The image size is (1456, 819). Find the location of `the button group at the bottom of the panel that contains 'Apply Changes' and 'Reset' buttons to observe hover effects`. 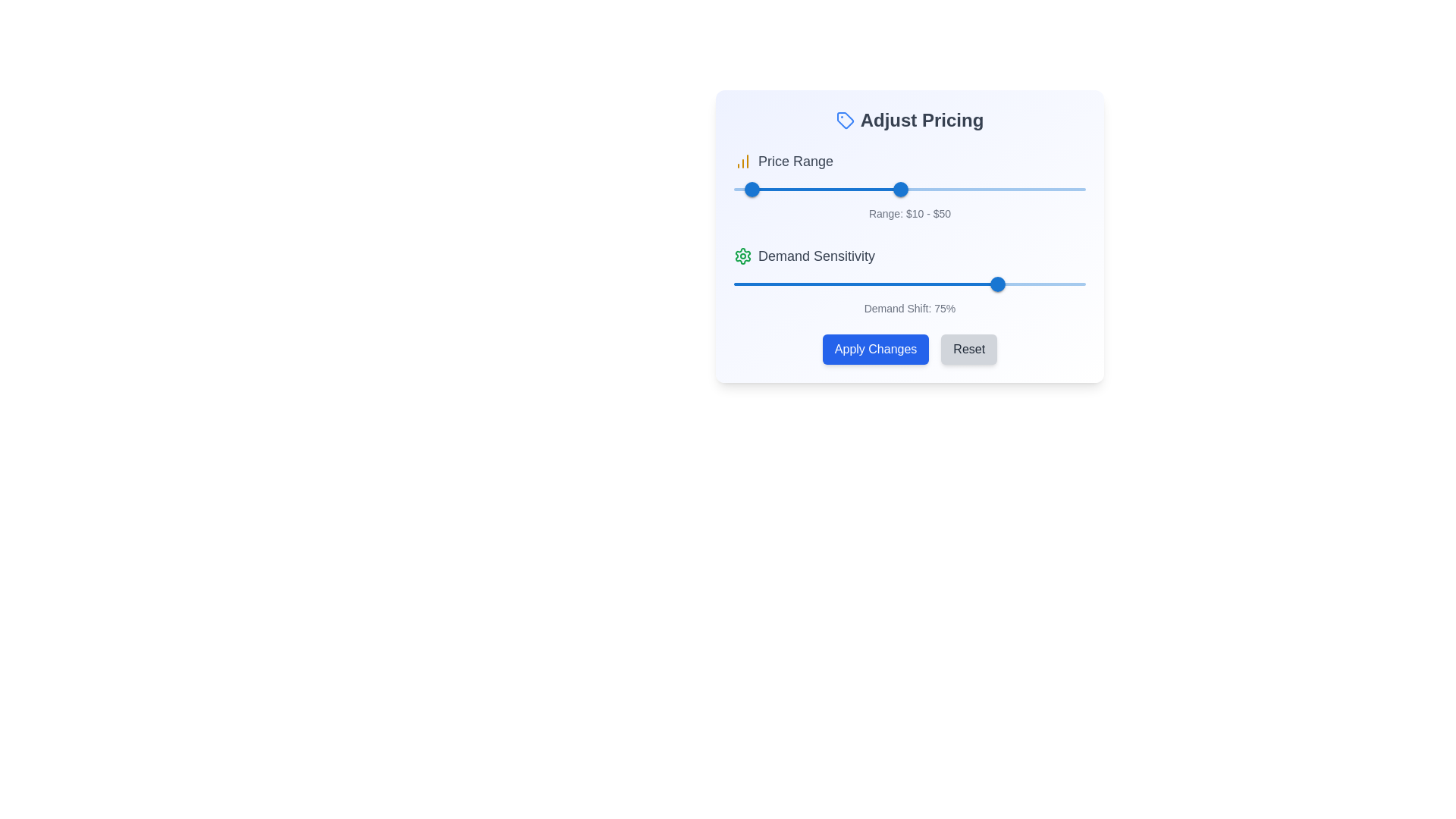

the button group at the bottom of the panel that contains 'Apply Changes' and 'Reset' buttons to observe hover effects is located at coordinates (910, 350).